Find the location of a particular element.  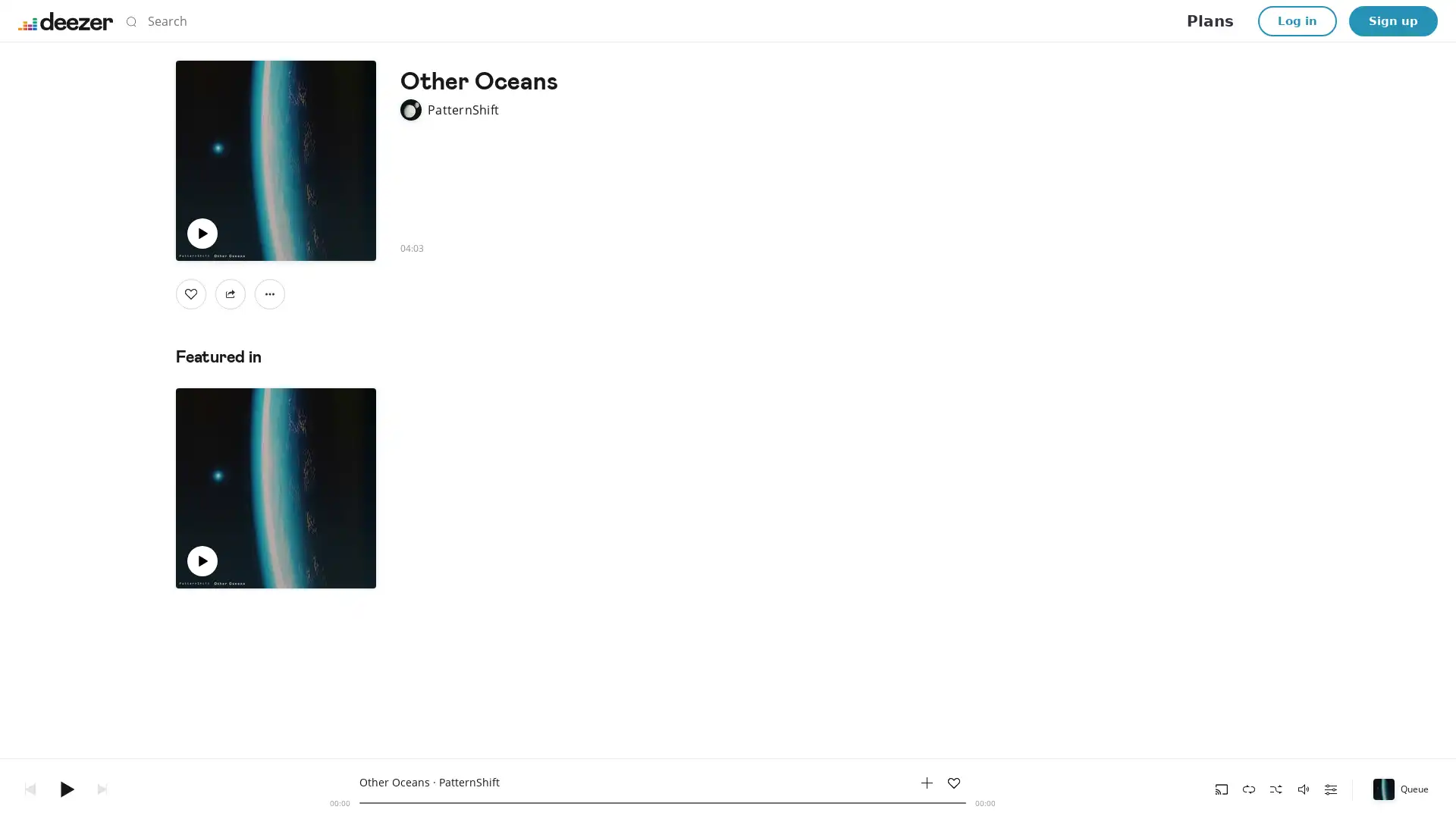

Queue is located at coordinates (1401, 788).